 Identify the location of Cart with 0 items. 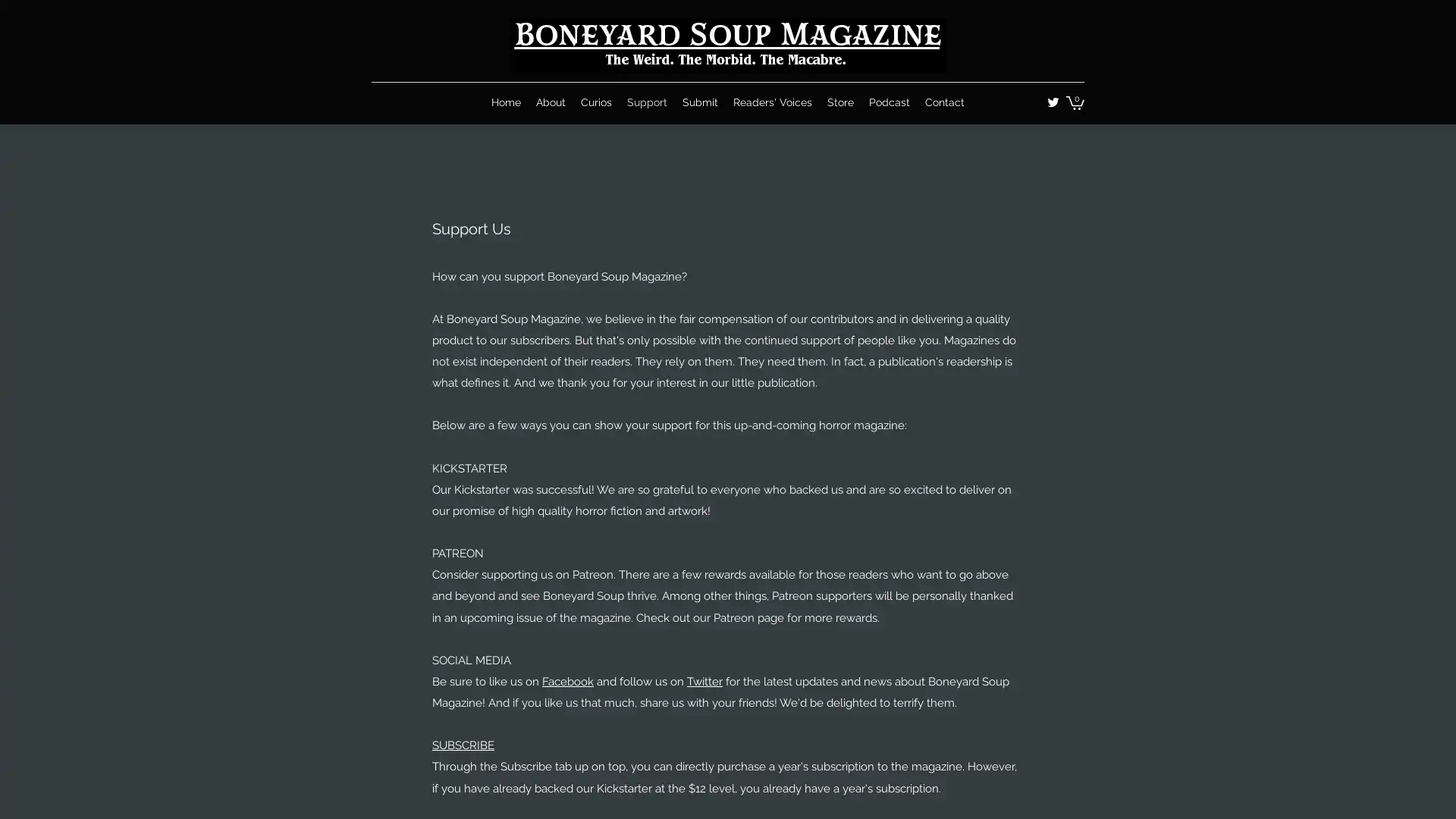
(1074, 102).